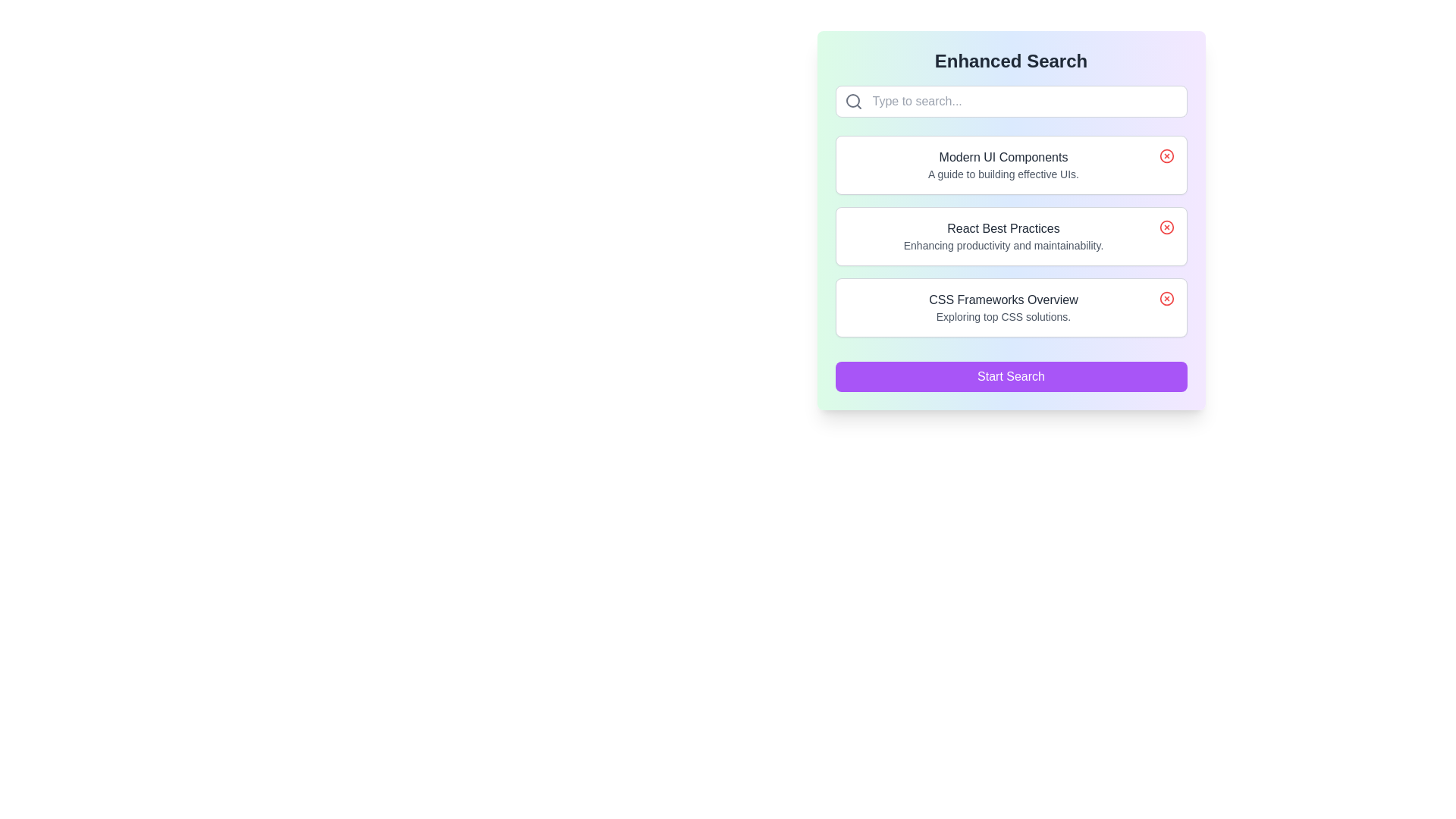 The image size is (1456, 819). Describe the element at coordinates (1166, 155) in the screenshot. I see `the graphical element (circle within an icon) located in the top-right corner of the 'Modern UI Components' list item` at that location.